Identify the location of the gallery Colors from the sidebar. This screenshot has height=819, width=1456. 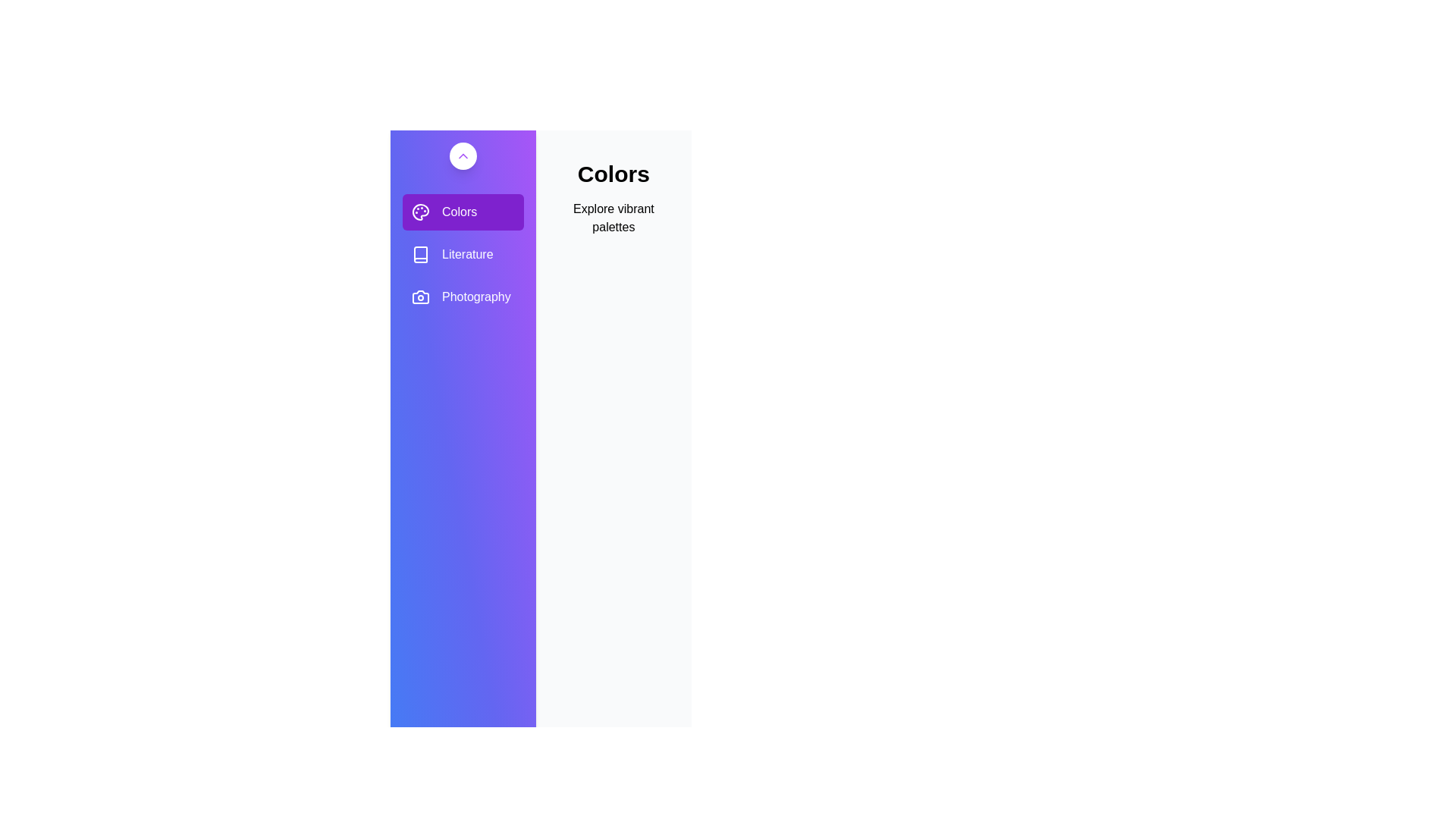
(462, 212).